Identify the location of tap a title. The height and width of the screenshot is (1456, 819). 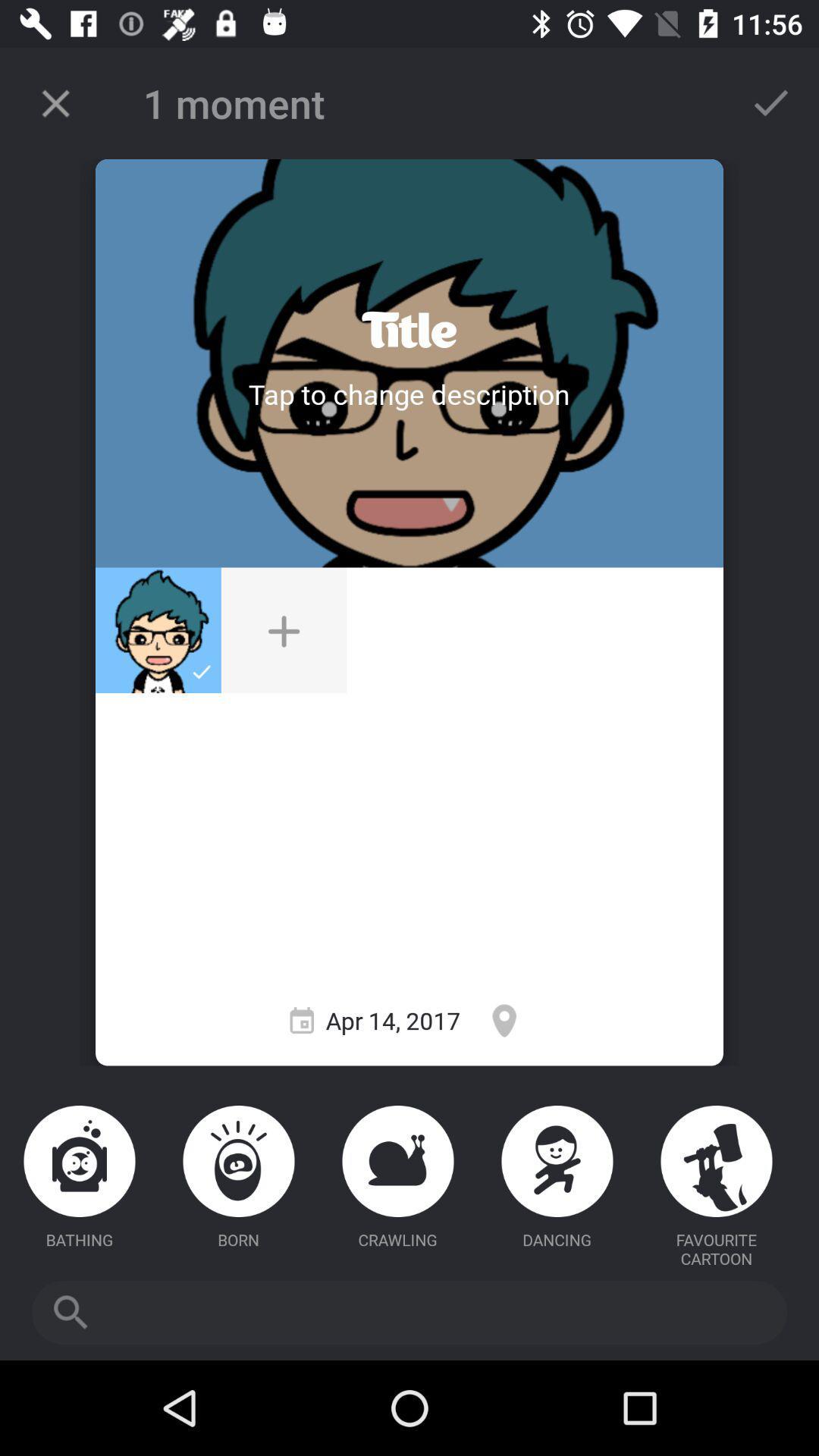
(408, 394).